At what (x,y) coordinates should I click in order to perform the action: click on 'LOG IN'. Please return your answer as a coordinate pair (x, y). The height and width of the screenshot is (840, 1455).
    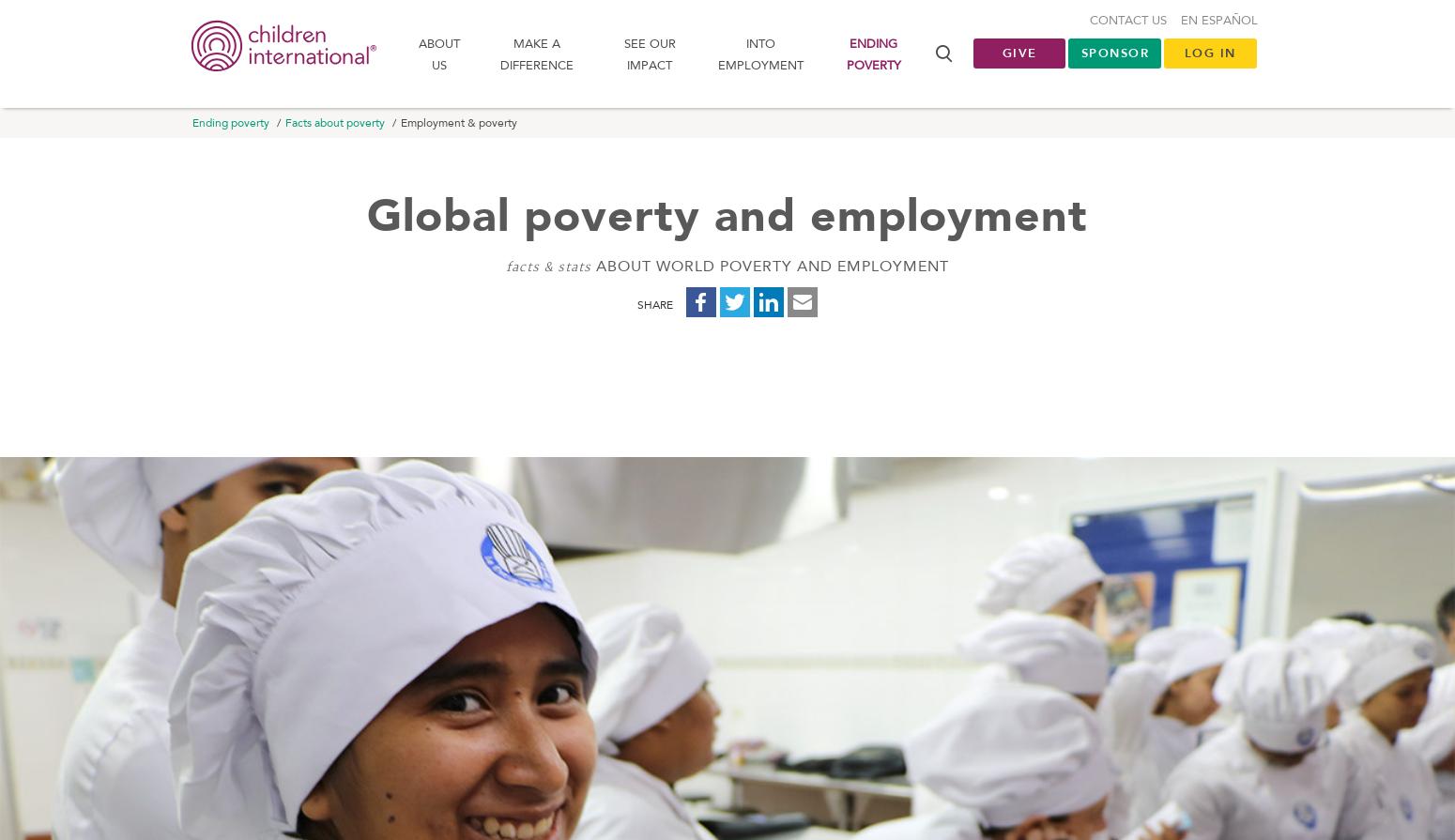
    Looking at the image, I should click on (1208, 56).